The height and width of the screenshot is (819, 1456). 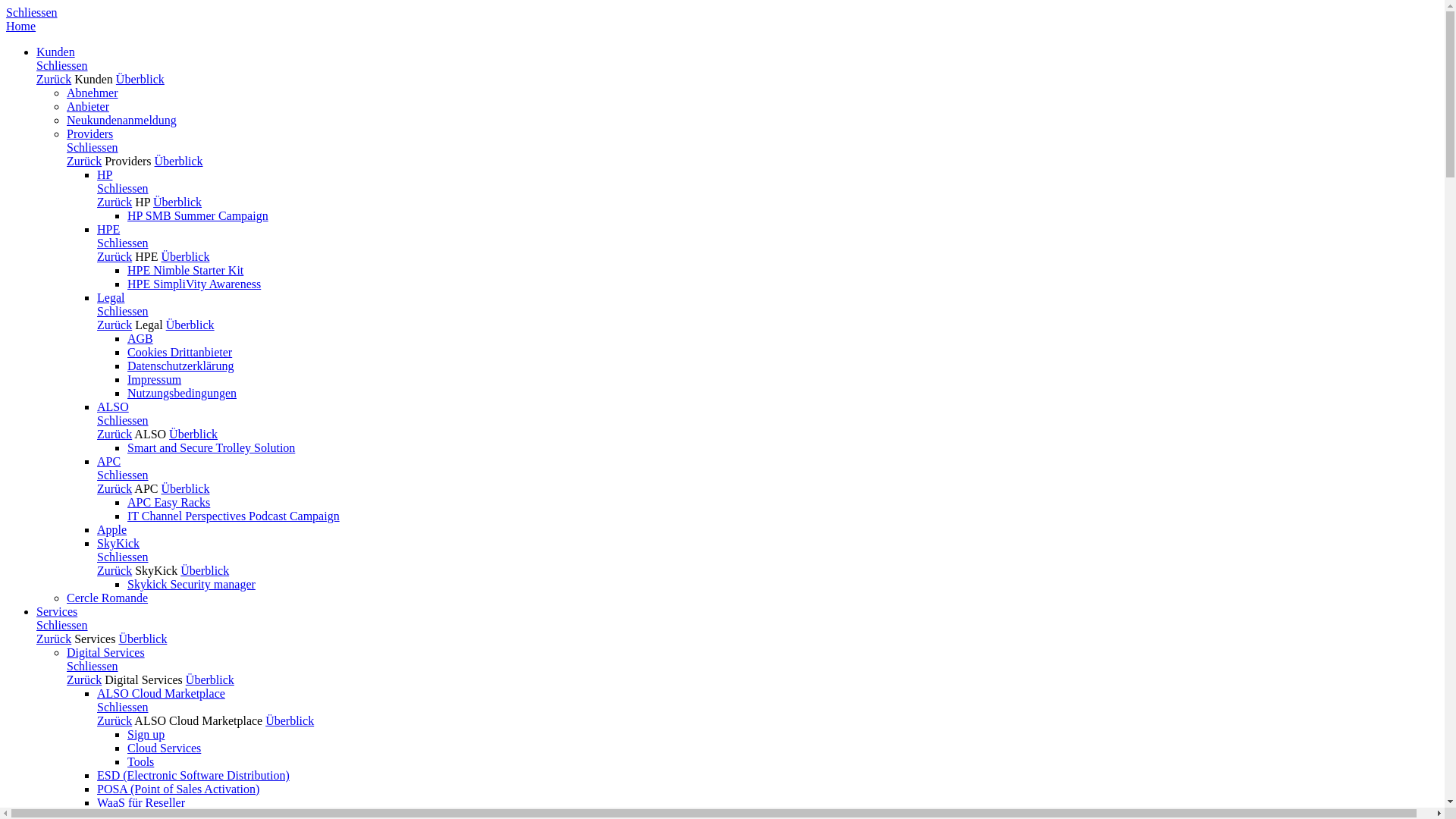 I want to click on 'ALSO', so click(x=111, y=406).